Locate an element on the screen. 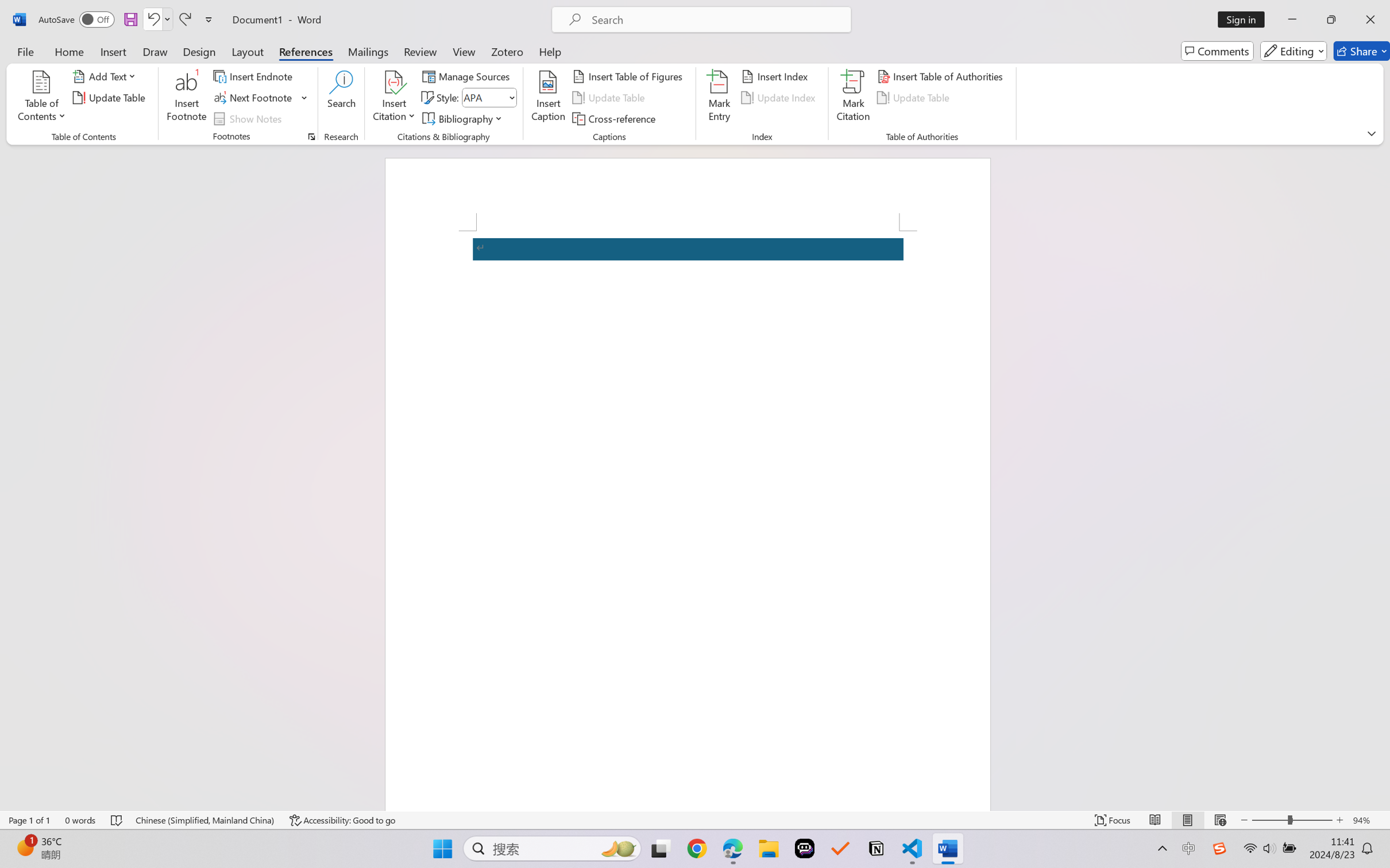 Image resolution: width=1390 pixels, height=868 pixels. 'Mark Entry...' is located at coordinates (719, 98).